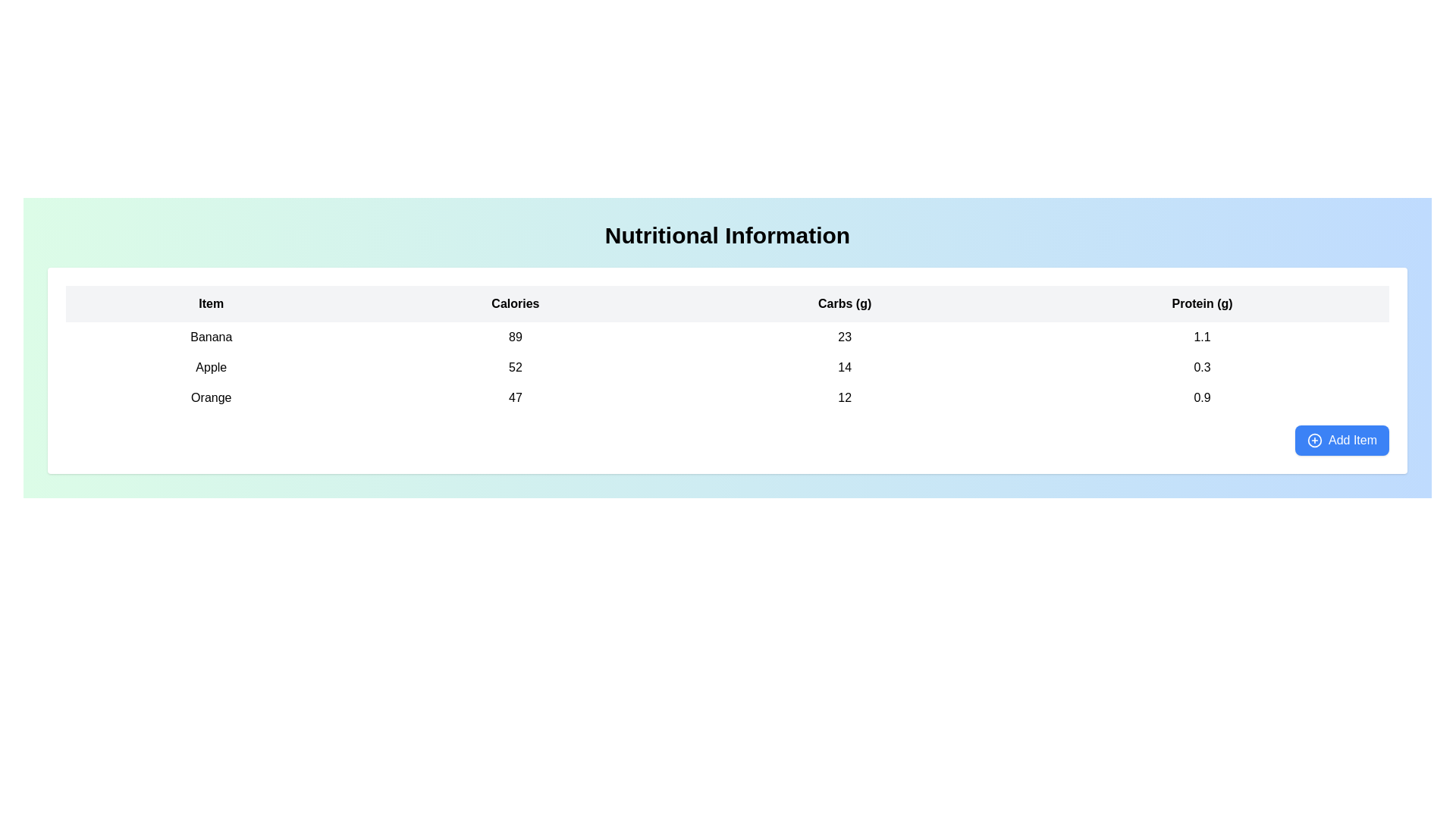 This screenshot has width=1456, height=819. What do you see at coordinates (844, 336) in the screenshot?
I see `the static text displaying the carbohydrate content for the 'Banana' row in the table under the 'Nutritional Information' heading` at bounding box center [844, 336].